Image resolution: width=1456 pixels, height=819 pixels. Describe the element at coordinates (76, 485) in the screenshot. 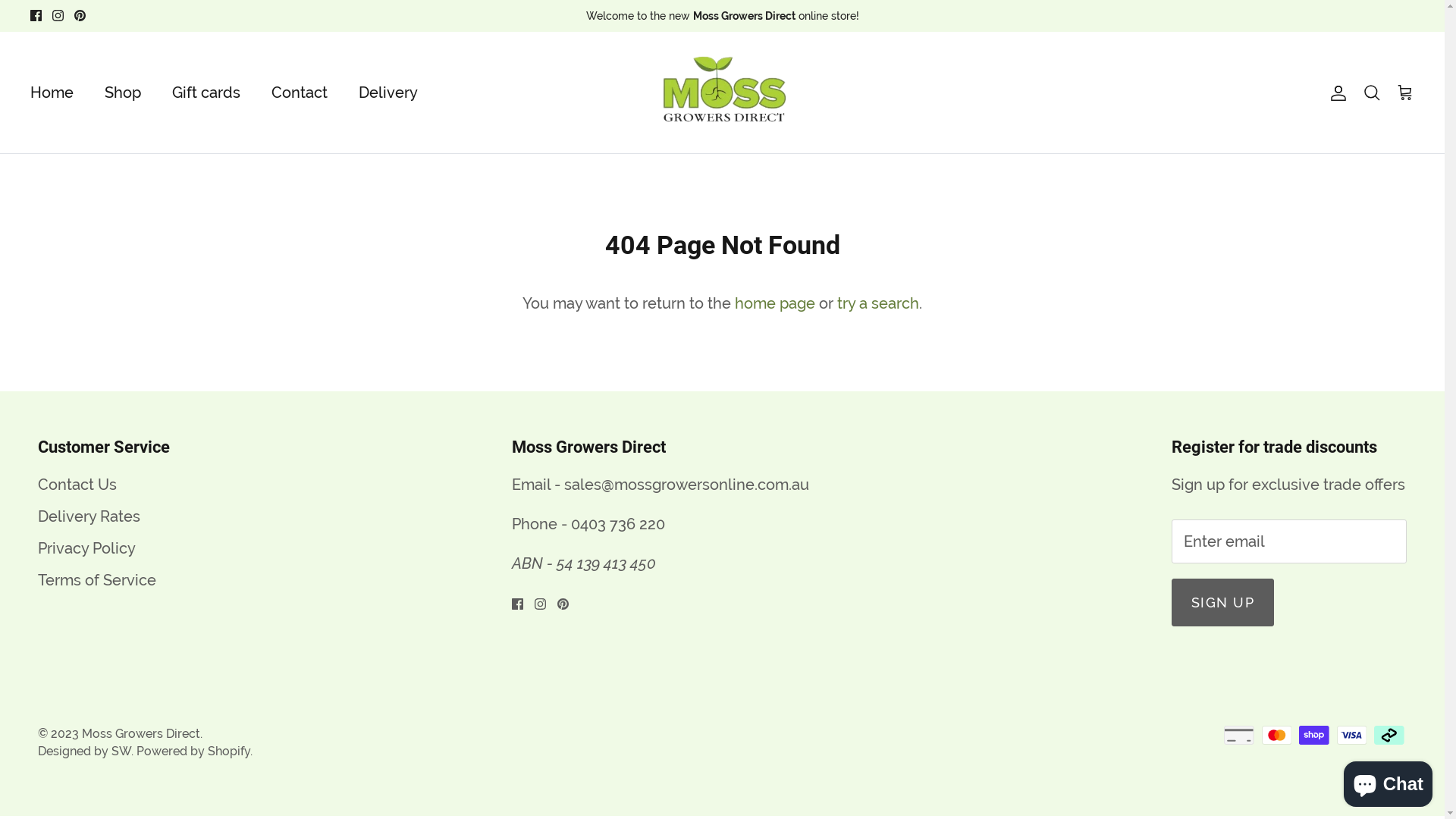

I see `'Contact Us'` at that location.